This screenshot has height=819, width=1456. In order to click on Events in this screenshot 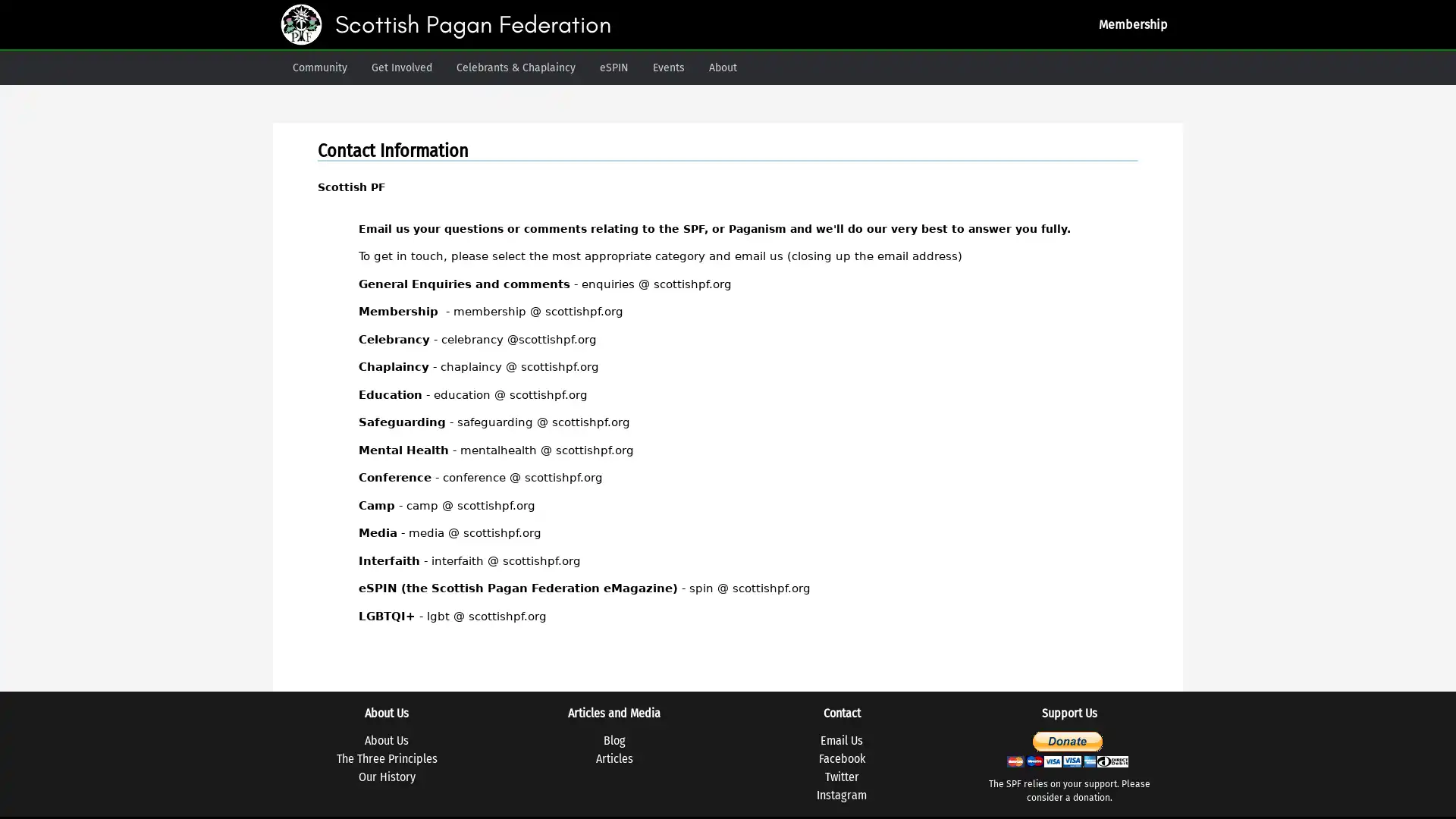, I will do `click(668, 67)`.